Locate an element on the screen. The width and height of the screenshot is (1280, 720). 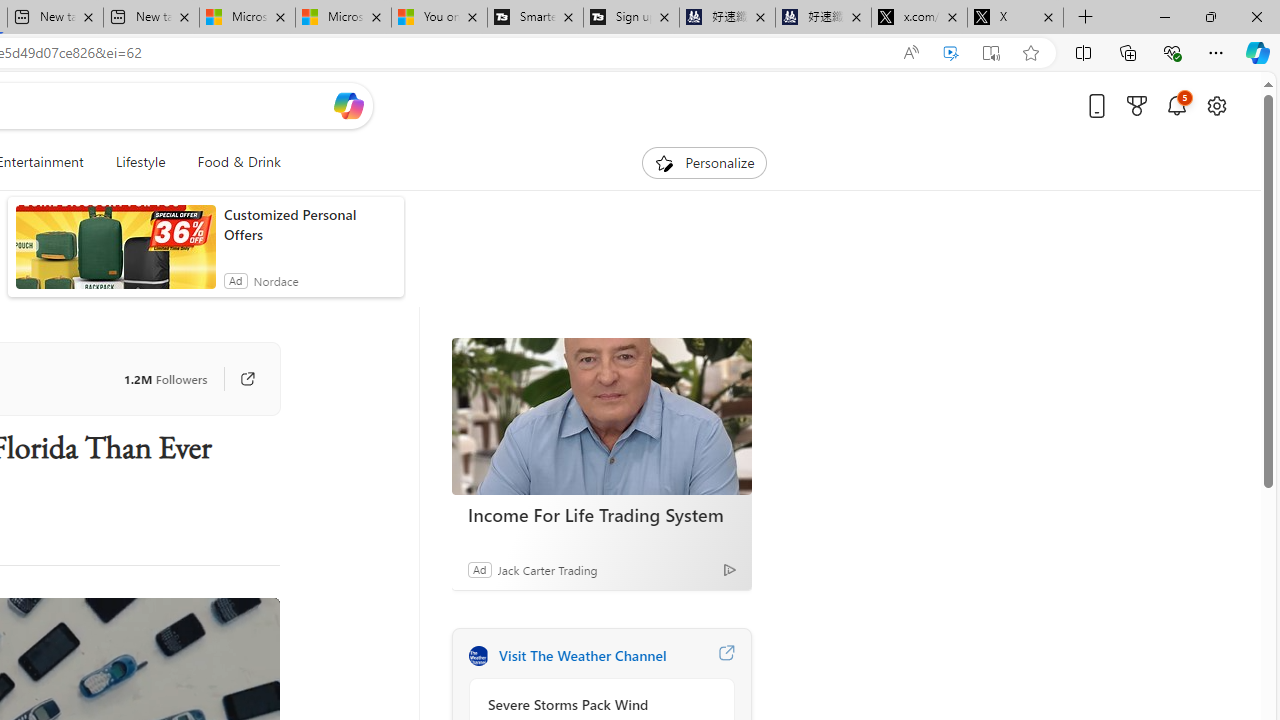
'Personalize' is located at coordinates (704, 162).